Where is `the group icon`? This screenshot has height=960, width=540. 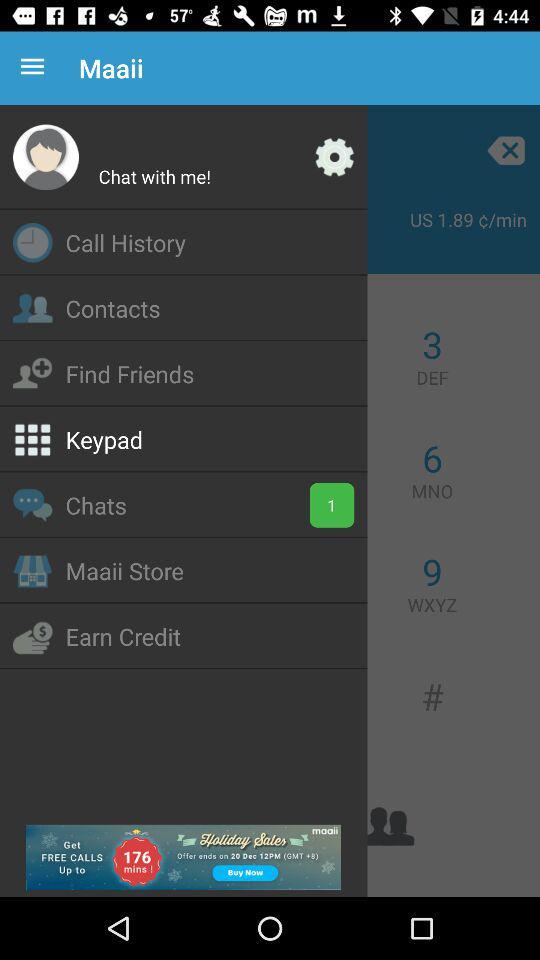 the group icon is located at coordinates (388, 826).